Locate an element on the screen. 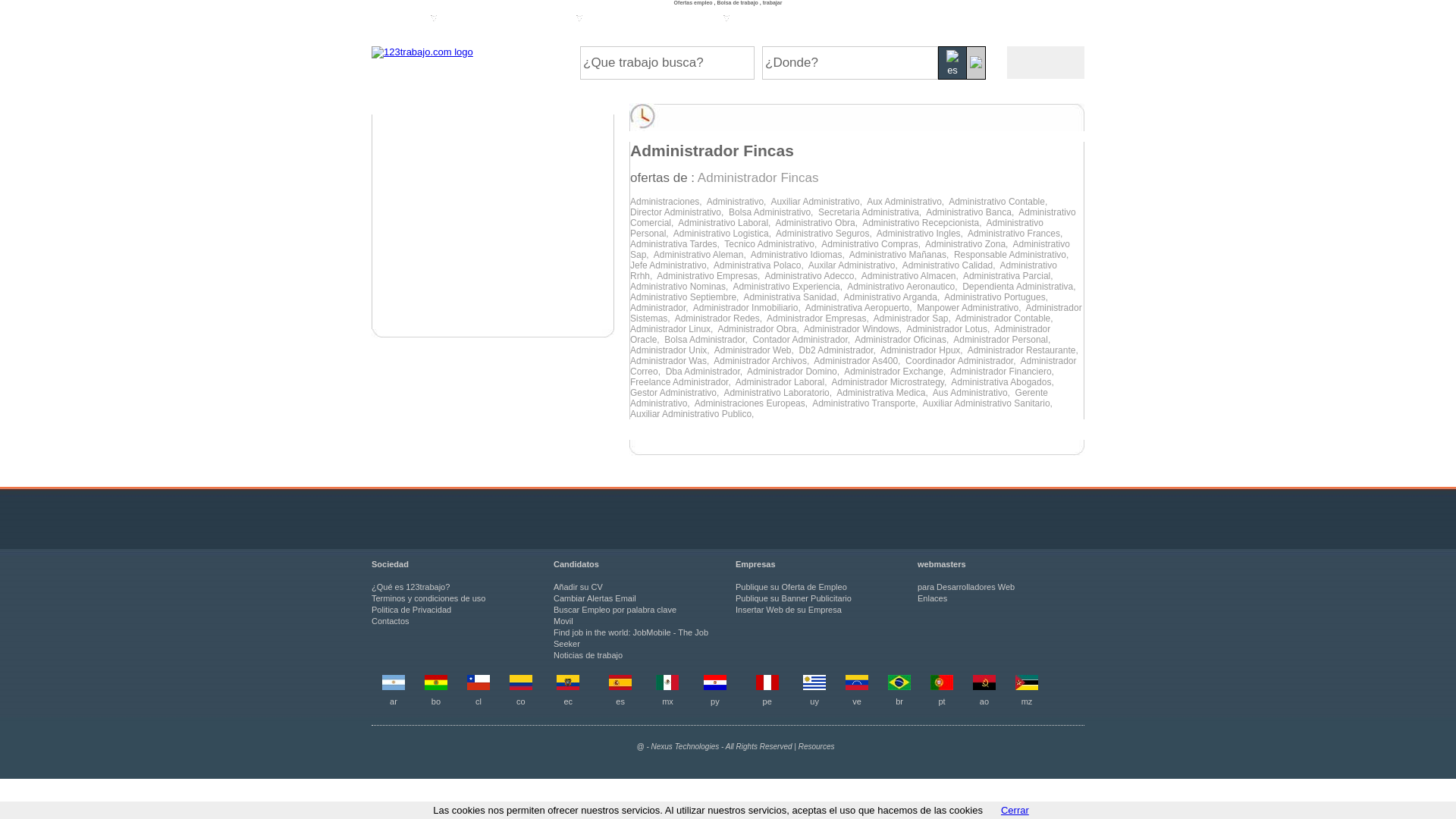 This screenshot has height=819, width=1456. 'Administrador Lotus, ' is located at coordinates (949, 328).